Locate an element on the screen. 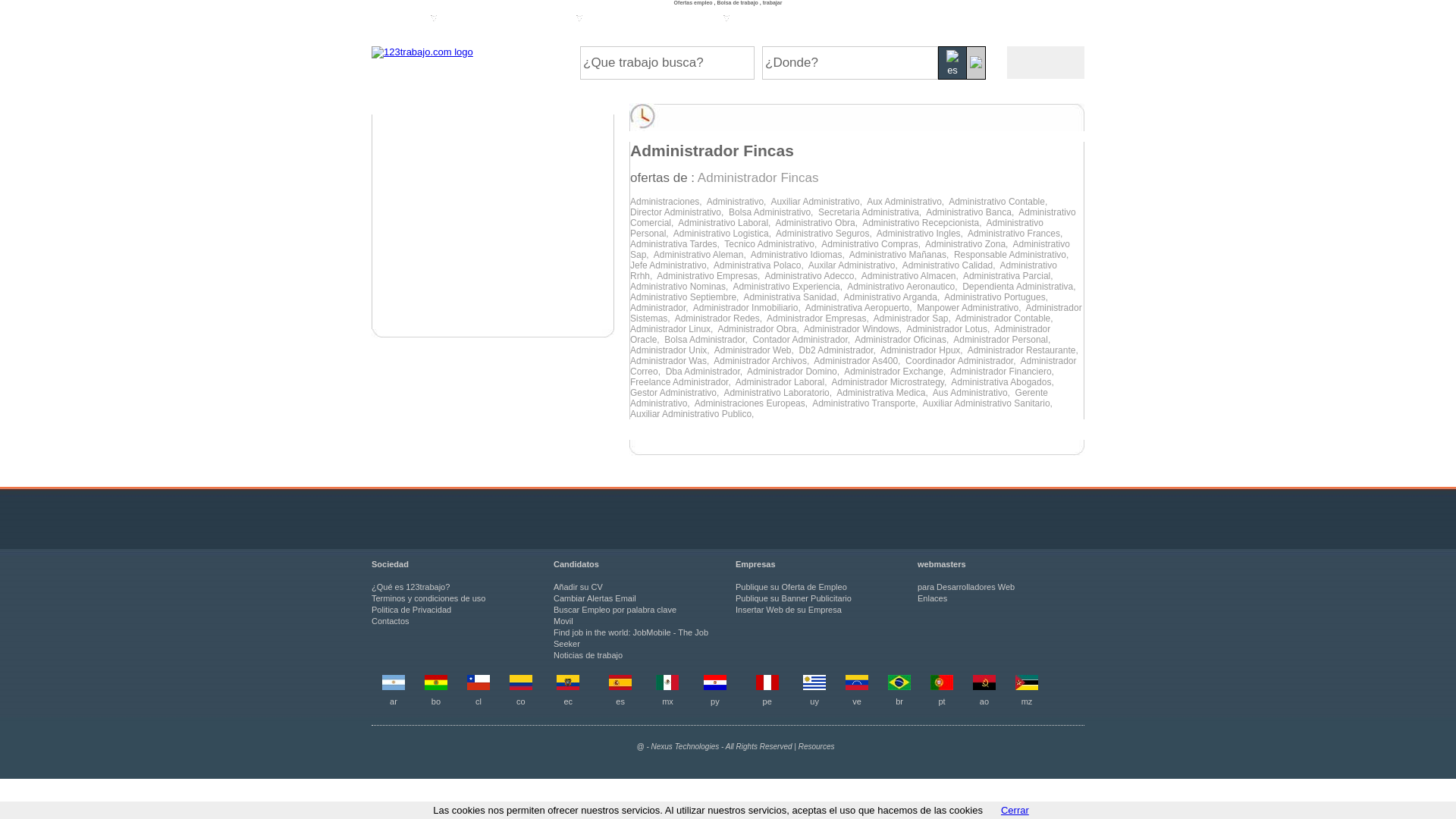 This screenshot has height=819, width=1456. 'Administrador Lotus, ' is located at coordinates (949, 328).